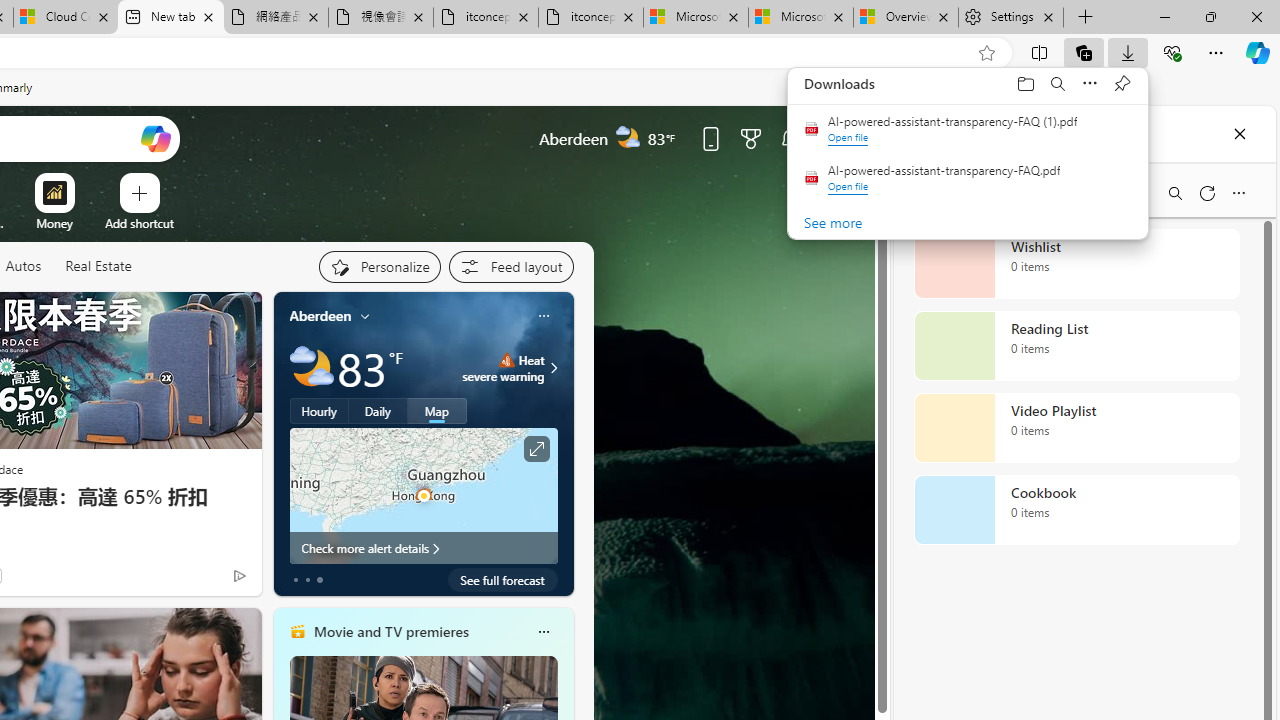 This screenshot has height=720, width=1280. What do you see at coordinates (23, 265) in the screenshot?
I see `'Autos'` at bounding box center [23, 265].